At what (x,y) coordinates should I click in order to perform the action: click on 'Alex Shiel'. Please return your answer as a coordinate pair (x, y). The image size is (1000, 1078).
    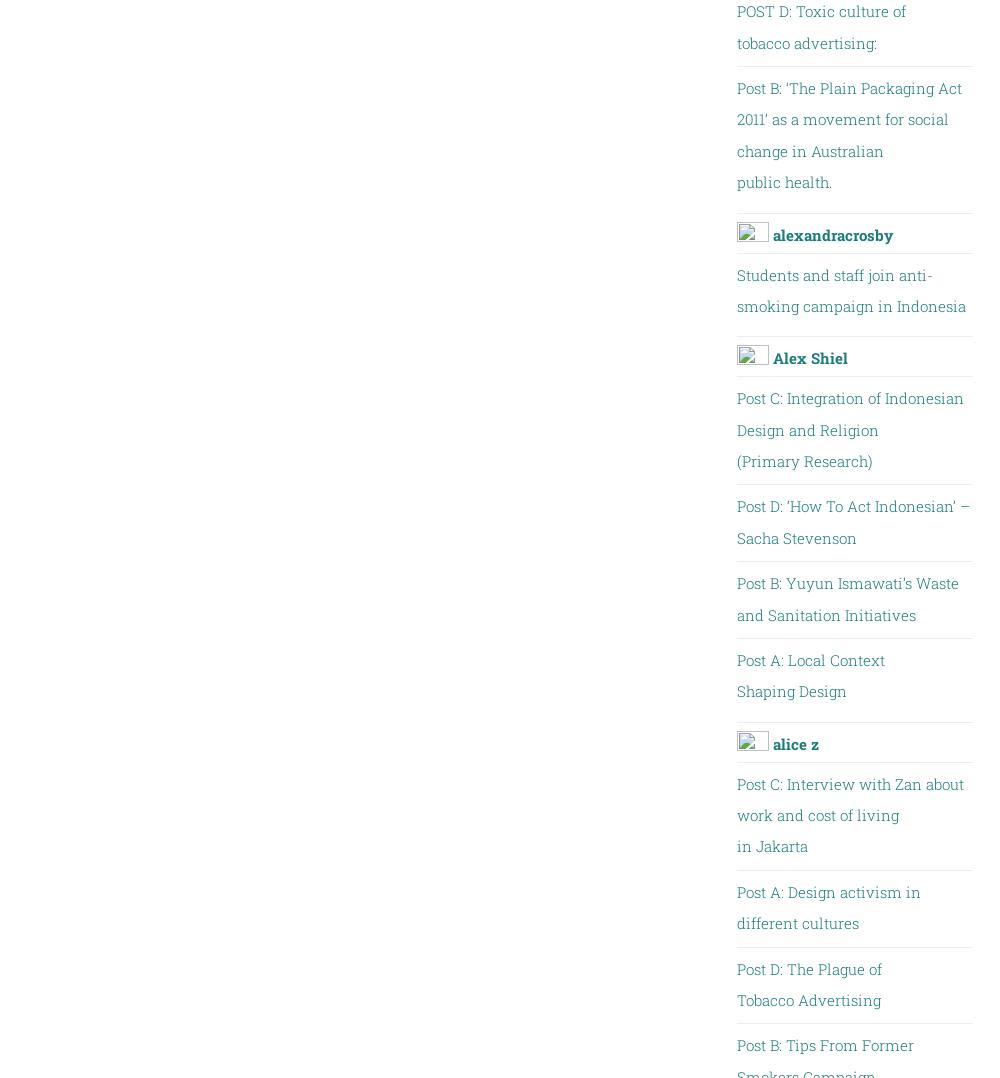
    Looking at the image, I should click on (809, 358).